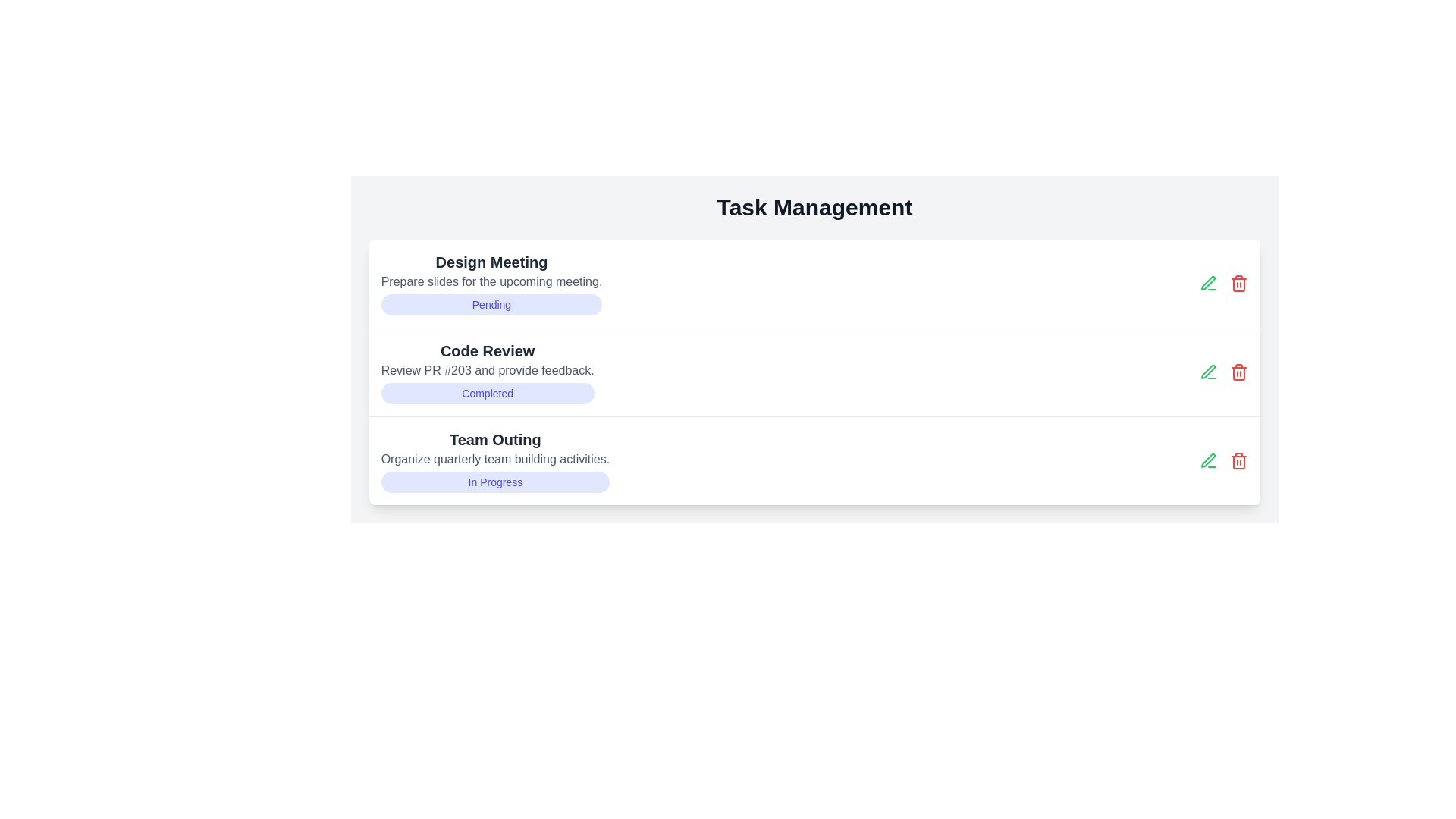  I want to click on the text element that contains the description 'Review PR #203 and provide feedback.', which is positioned beneath the 'Code Review' header and above the 'Completed' status badge, so click(488, 371).